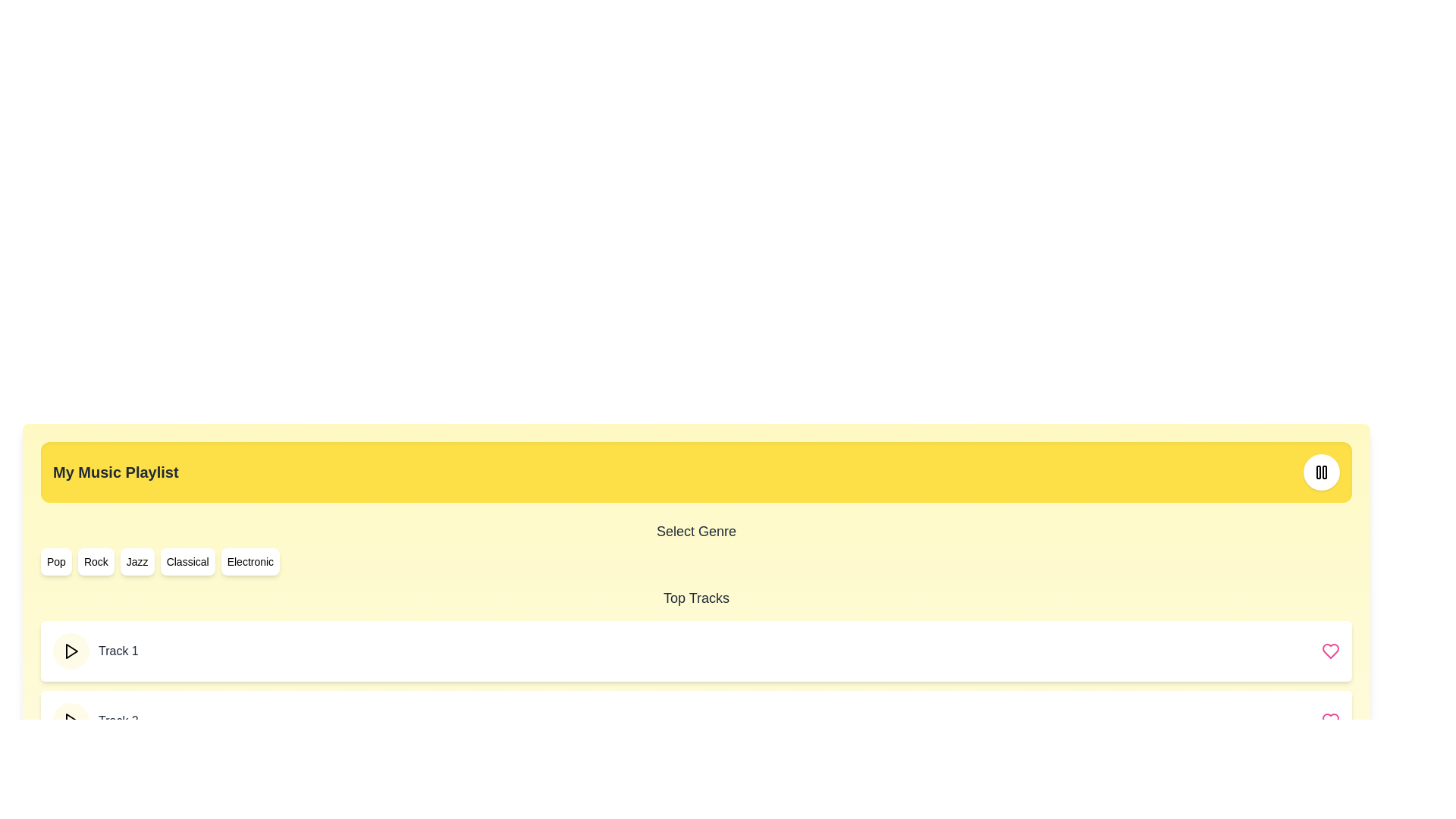  I want to click on the 'Play' icon represented by a triangle within a yellow circular background located in the 'Track 1' card, so click(71, 651).